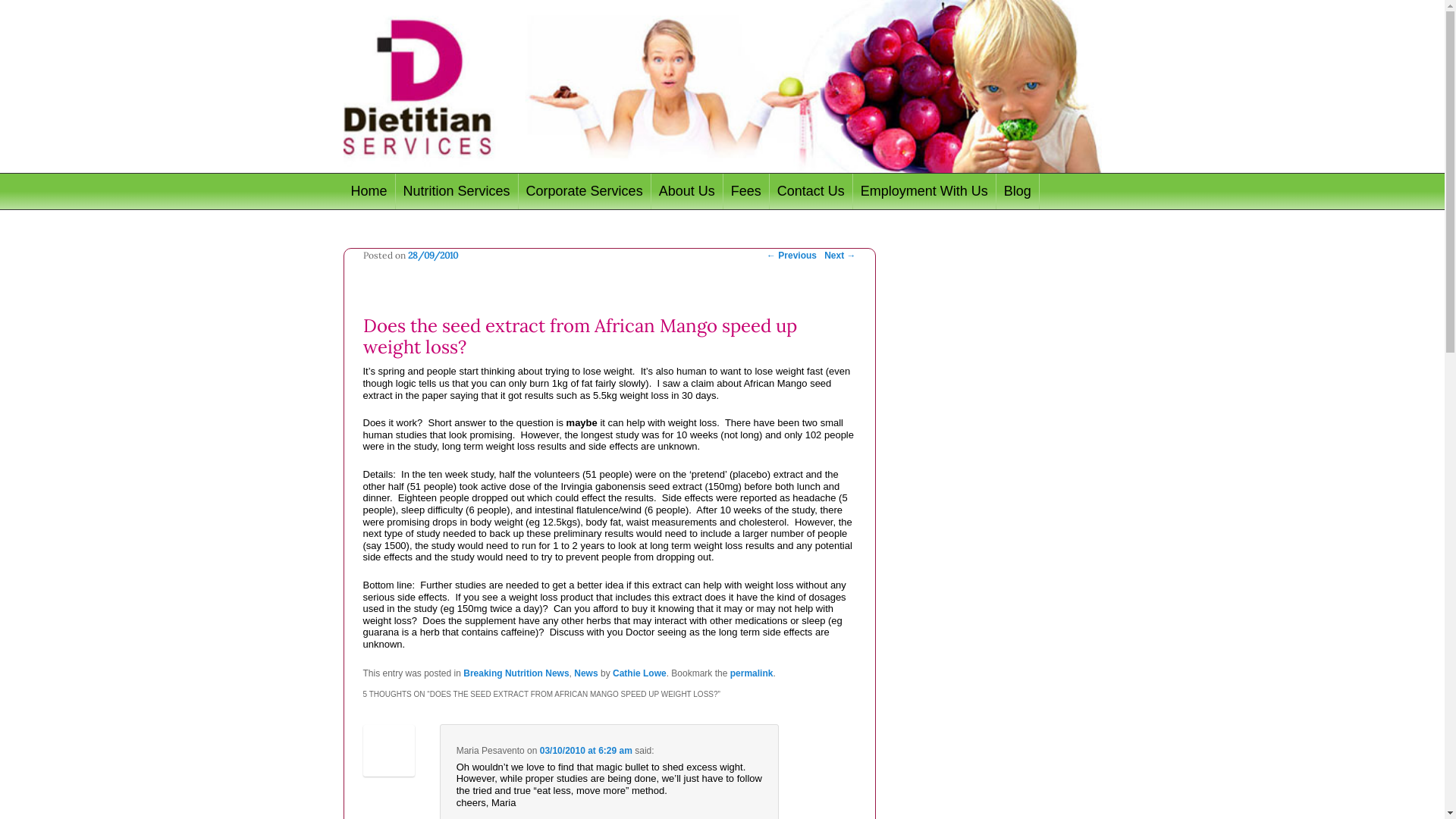  Describe the element at coordinates (1018, 190) in the screenshot. I see `'Blog'` at that location.